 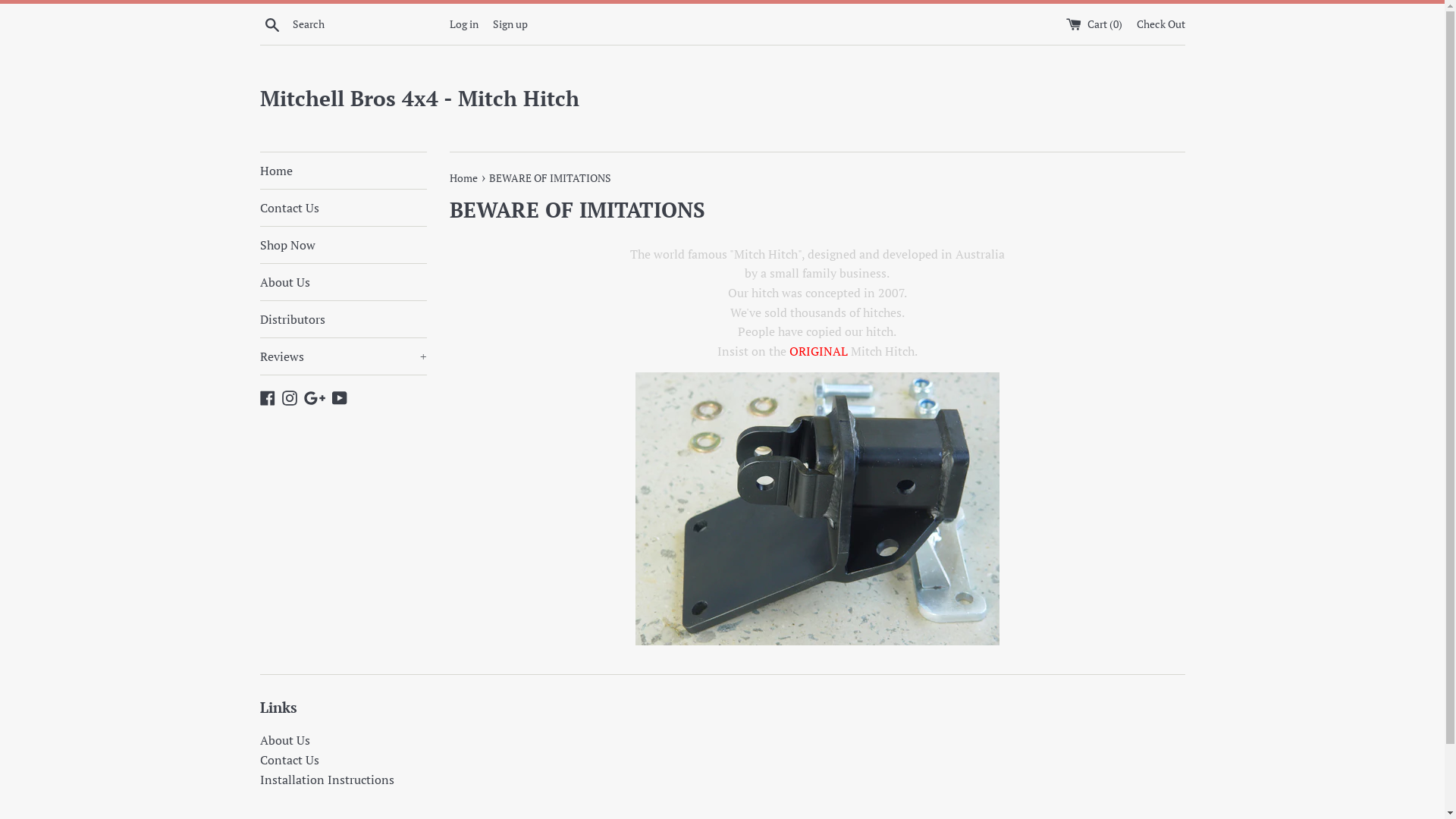 What do you see at coordinates (341, 207) in the screenshot?
I see `'Contact Us'` at bounding box center [341, 207].